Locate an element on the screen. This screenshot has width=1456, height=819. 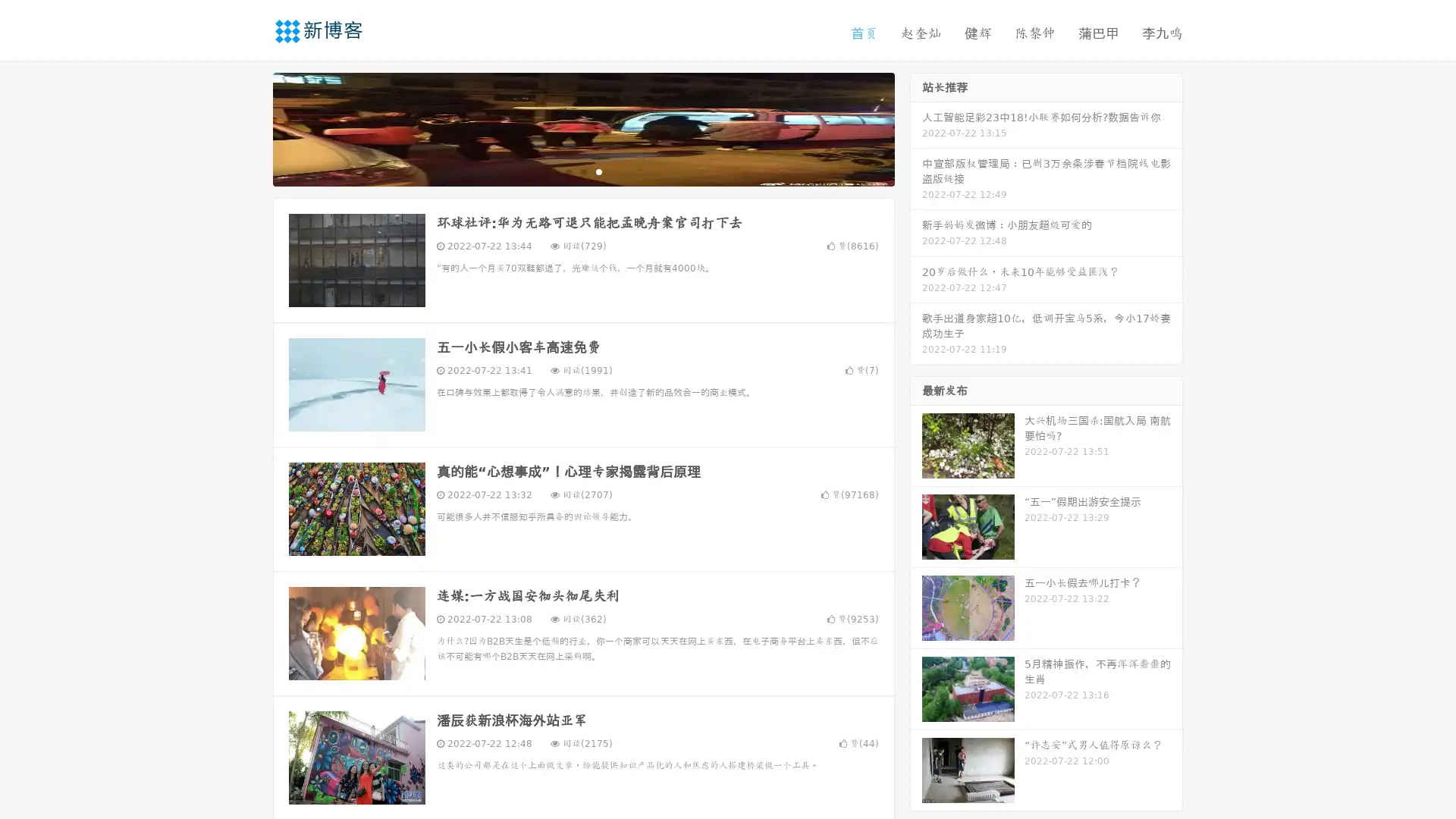
Go to slide 2 is located at coordinates (582, 171).